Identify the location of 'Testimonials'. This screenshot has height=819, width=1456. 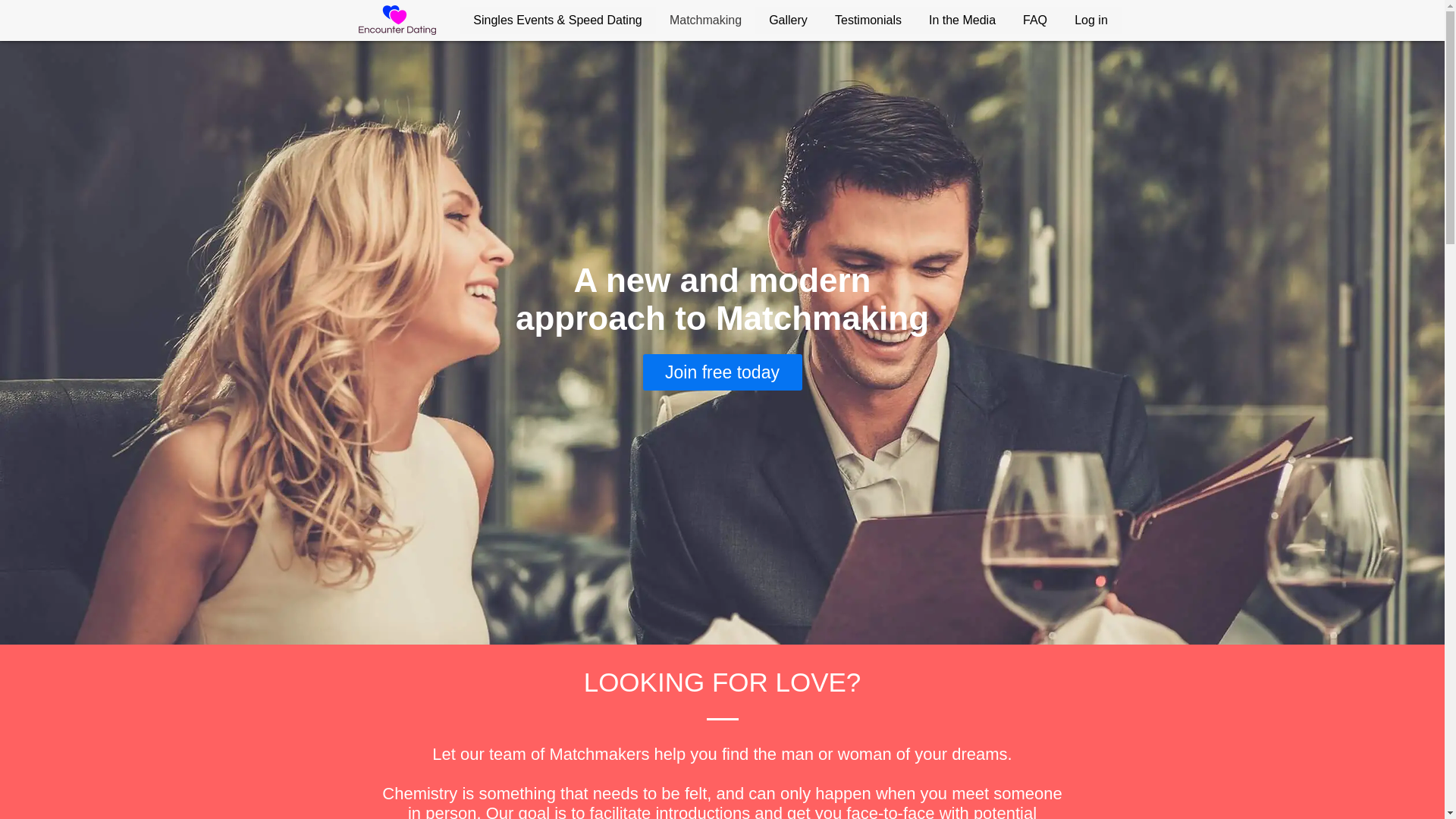
(867, 20).